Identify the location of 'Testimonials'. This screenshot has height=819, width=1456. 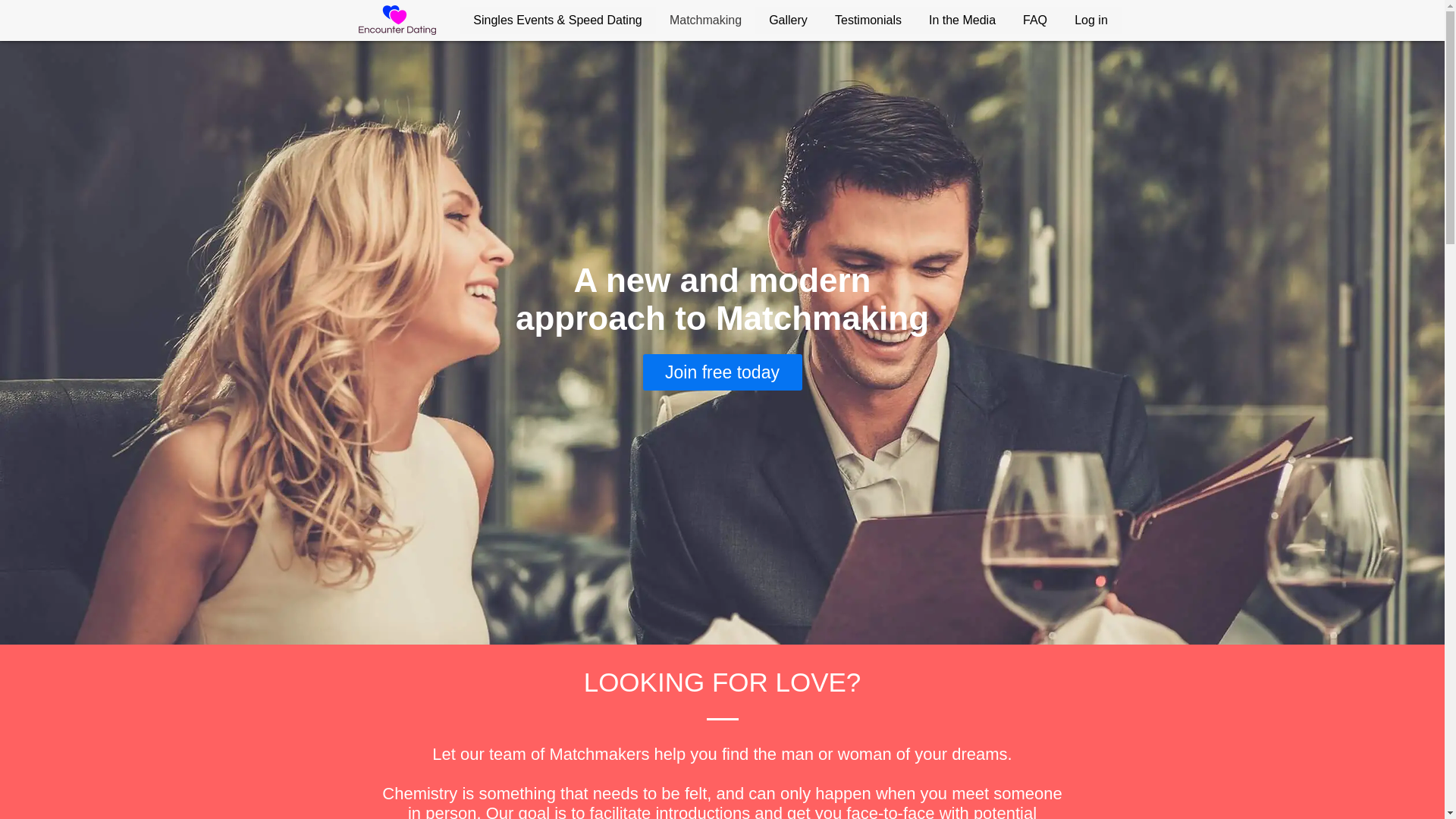
(867, 20).